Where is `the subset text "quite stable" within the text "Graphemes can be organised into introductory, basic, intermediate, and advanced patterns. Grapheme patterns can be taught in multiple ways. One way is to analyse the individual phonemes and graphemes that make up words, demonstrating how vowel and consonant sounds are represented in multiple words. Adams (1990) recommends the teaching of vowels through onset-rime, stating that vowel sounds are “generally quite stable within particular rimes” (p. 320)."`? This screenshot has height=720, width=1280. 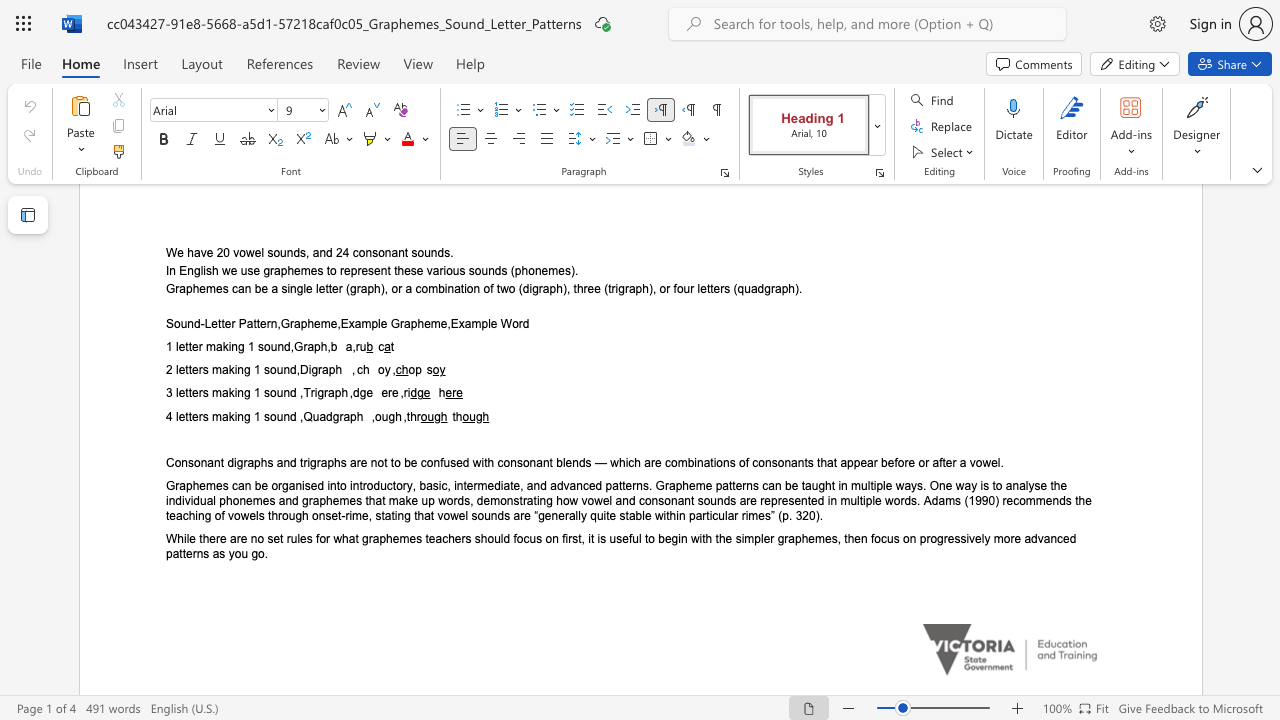 the subset text "quite stable" within the text "Graphemes can be organised into introductory, basic, intermediate, and advanced patterns. Grapheme patterns can be taught in multiple ways. One way is to analyse the individual phonemes and graphemes that make up words, demonstrating how vowel and consonant sounds are represented in multiple words. Adams (1990) recommends the teaching of vowels through onset-rime, stating that vowel sounds are “generally quite stable within particular rimes” (p. 320)." is located at coordinates (589, 515).